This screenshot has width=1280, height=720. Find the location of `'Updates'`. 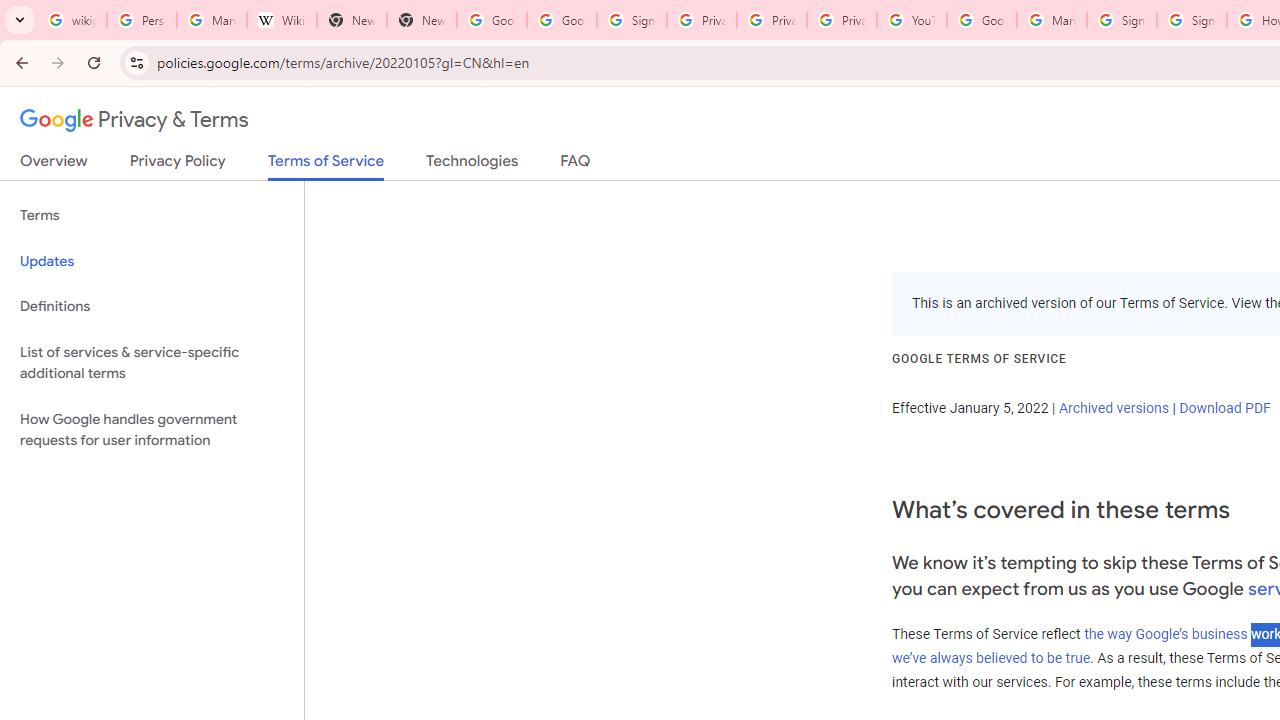

'Updates' is located at coordinates (151, 260).